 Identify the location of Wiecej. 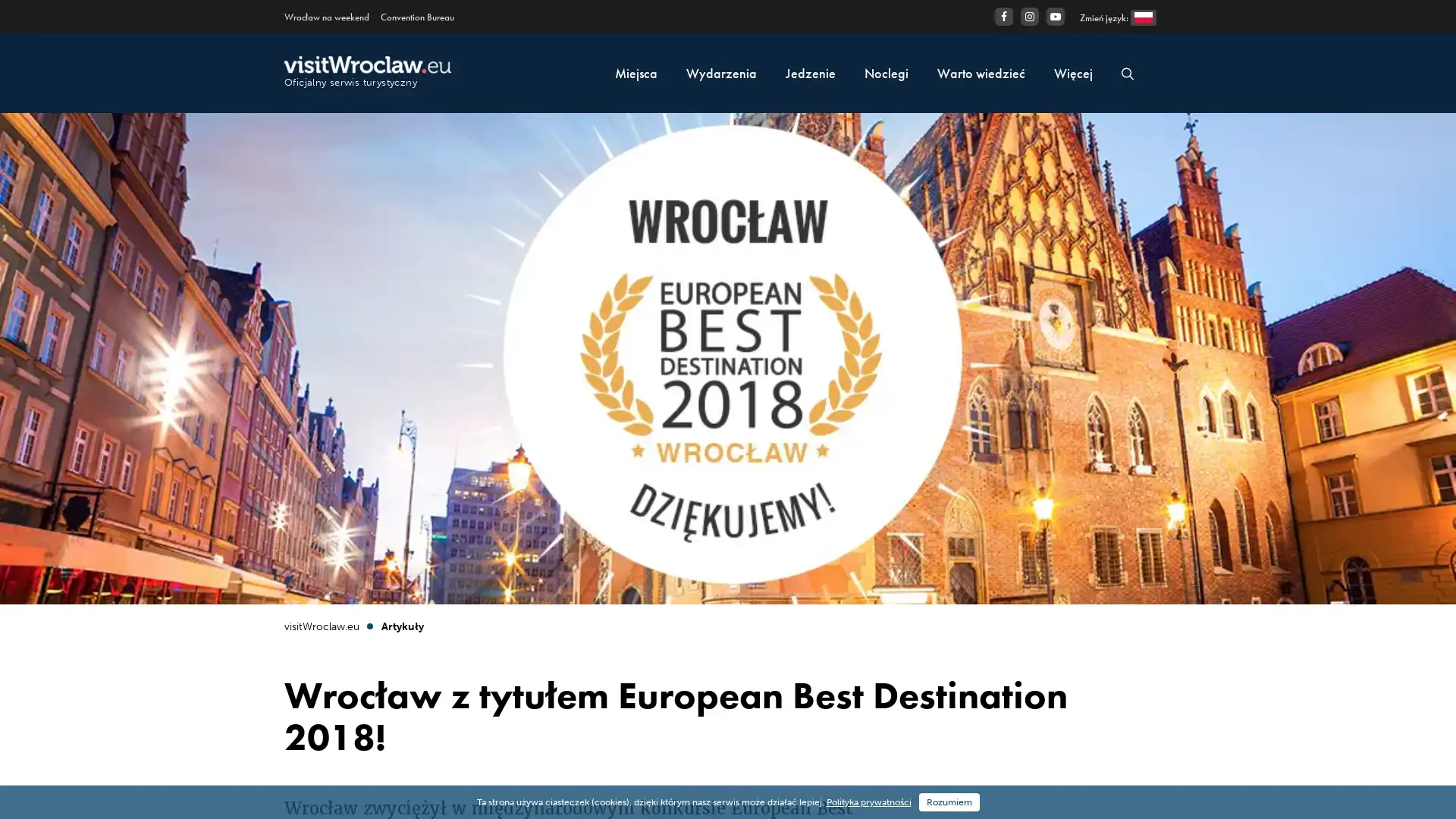
(1072, 73).